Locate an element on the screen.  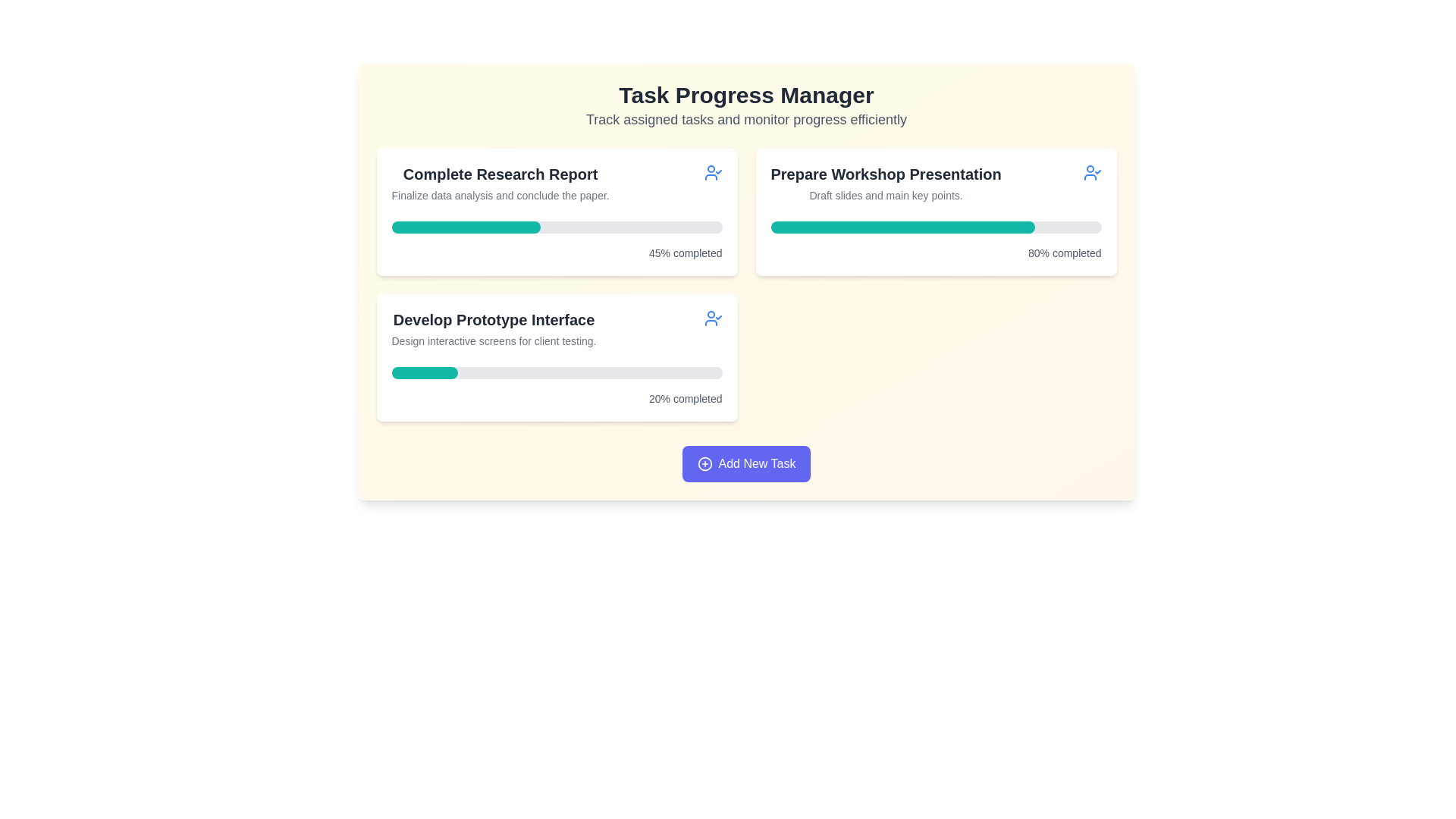
the circular icon with a plus sign, which is part of the 'Add New Task' button located at the bottom center of the interface to observe tooltip or styling changes is located at coordinates (704, 463).